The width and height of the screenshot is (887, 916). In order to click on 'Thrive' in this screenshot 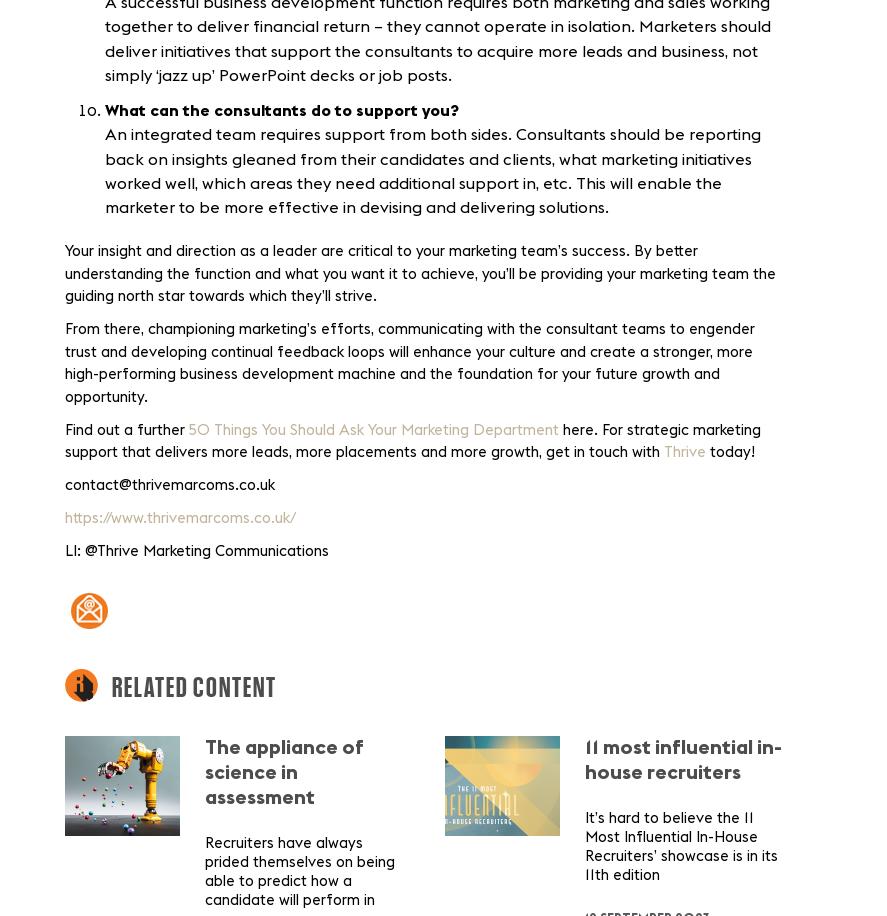, I will do `click(663, 451)`.